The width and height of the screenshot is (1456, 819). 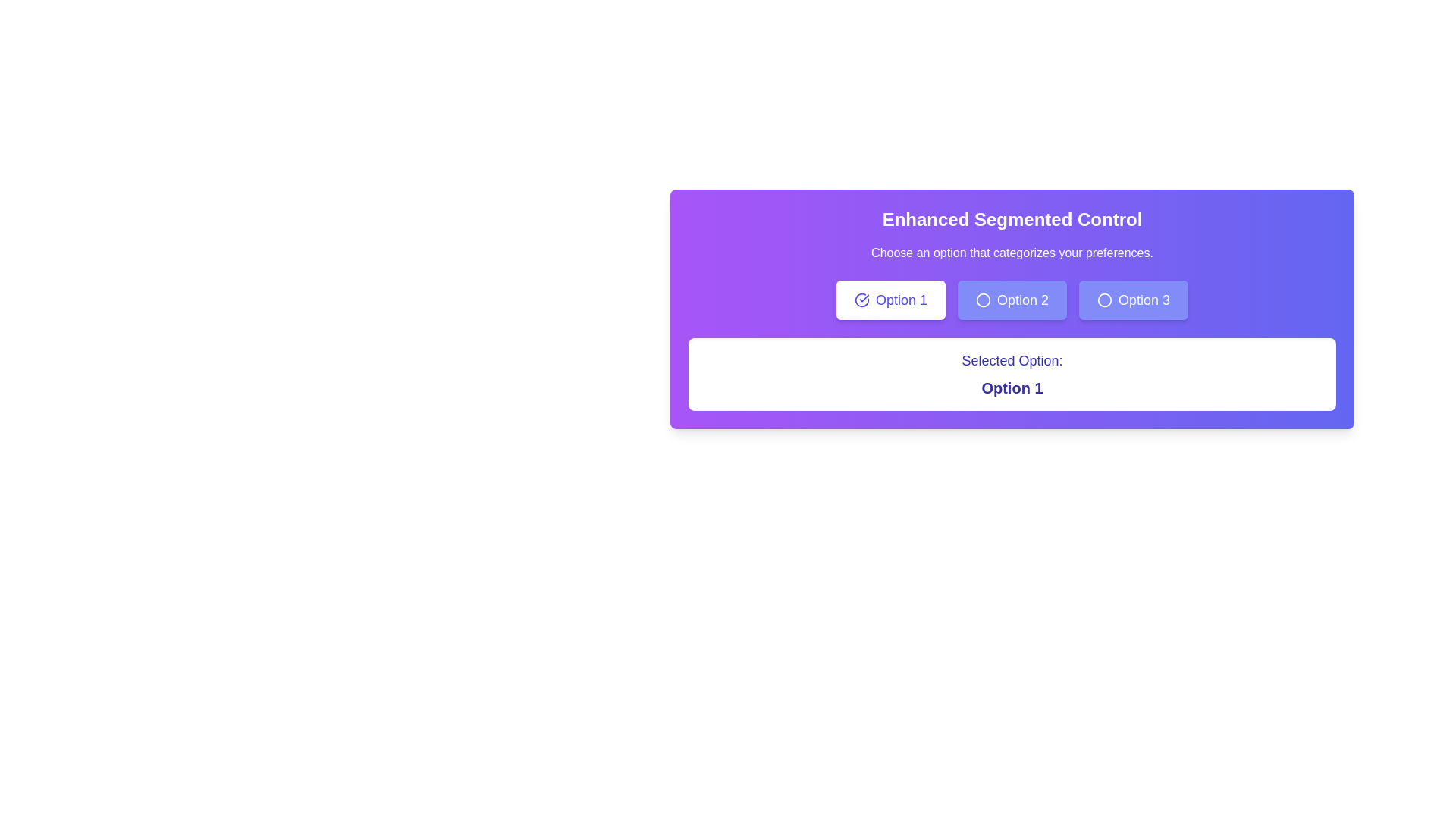 What do you see at coordinates (1012, 360) in the screenshot?
I see `the Text Label displaying 'Selected Option:' which is styled in indigo color and positioned within a light-colored box, located above 'Option 1'` at bounding box center [1012, 360].